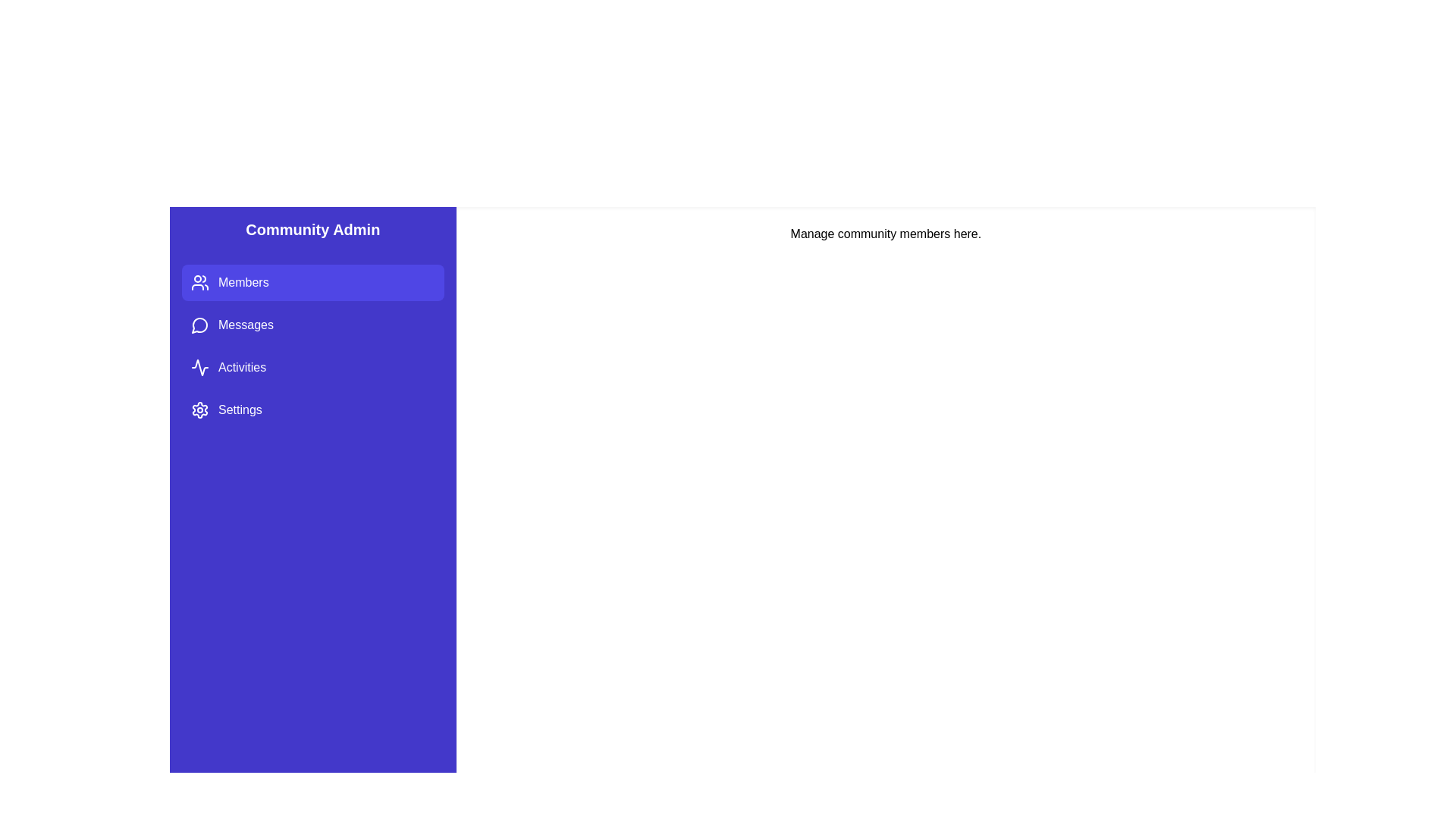 Image resolution: width=1456 pixels, height=819 pixels. I want to click on the 'Settings' icon in the sidebar menu, which visually indicates the navigation option for settings, so click(199, 409).